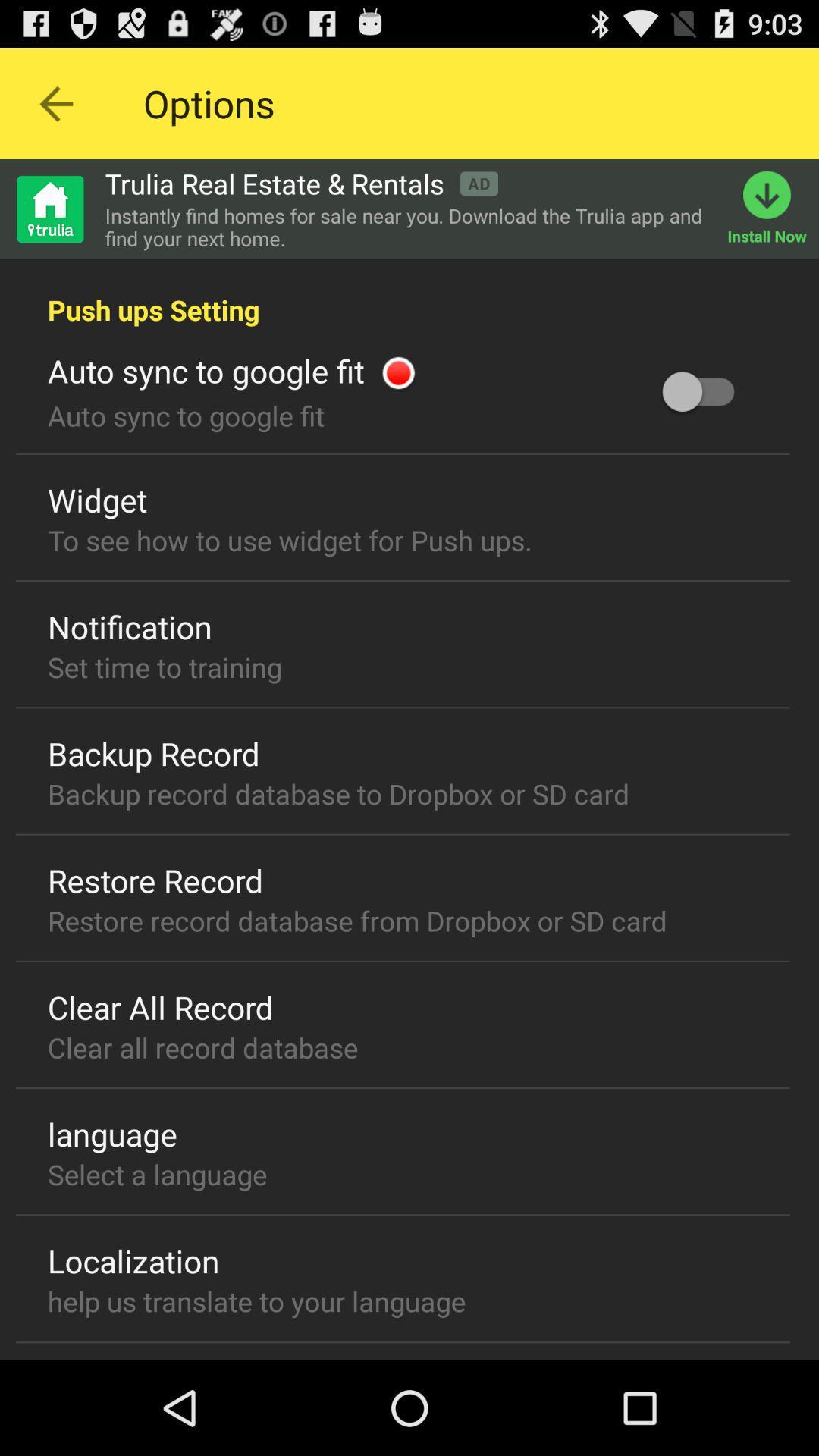 The height and width of the screenshot is (1456, 819). Describe the element at coordinates (49, 208) in the screenshot. I see `home` at that location.